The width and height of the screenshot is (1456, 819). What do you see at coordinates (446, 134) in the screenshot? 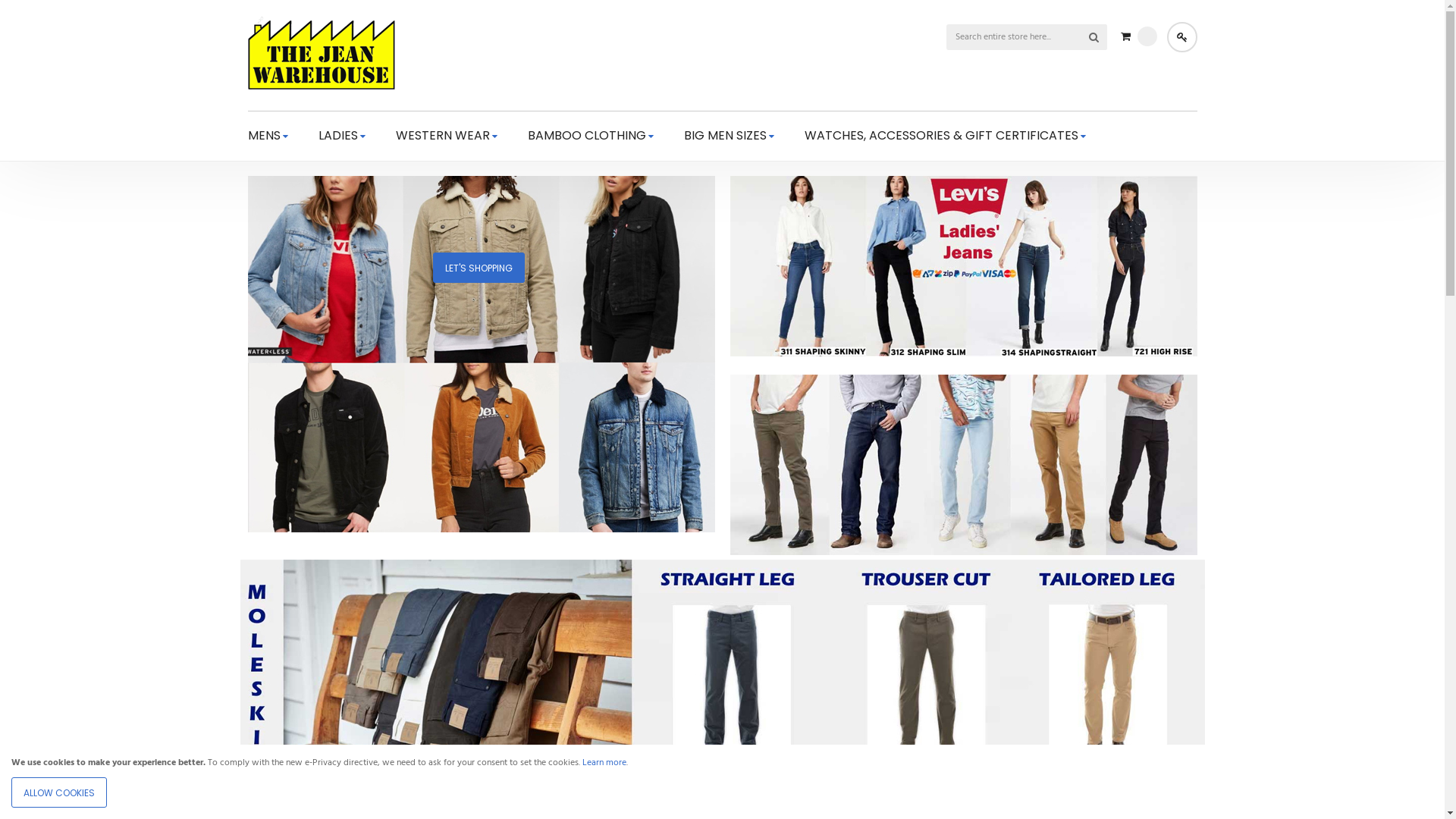
I see `'WESTERN WEAR'` at bounding box center [446, 134].